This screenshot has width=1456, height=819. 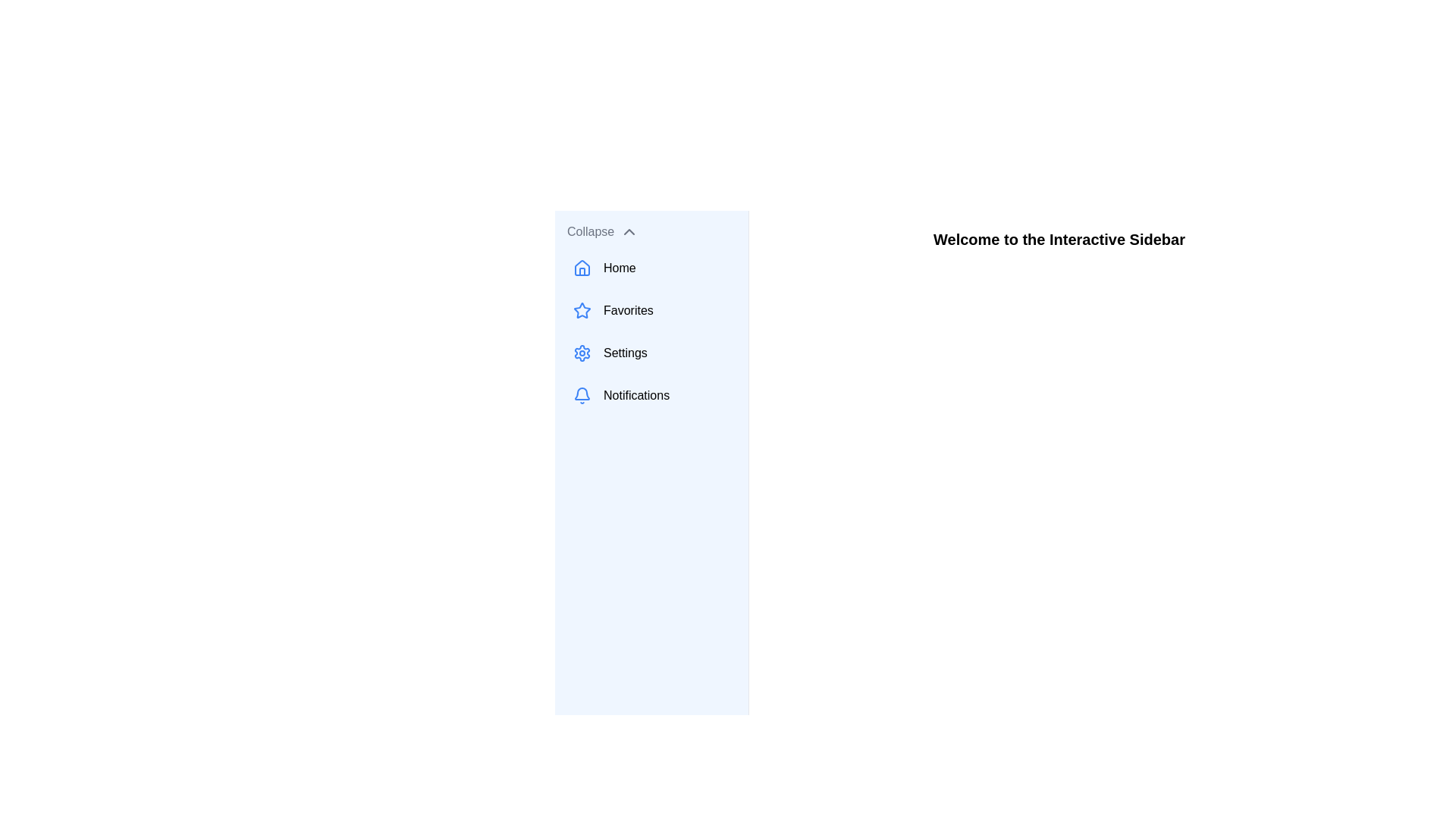 What do you see at coordinates (582, 268) in the screenshot?
I see `the 'Home' navigation icon located at the top-left of the sidebar, serving as a visual cue for the menu item` at bounding box center [582, 268].